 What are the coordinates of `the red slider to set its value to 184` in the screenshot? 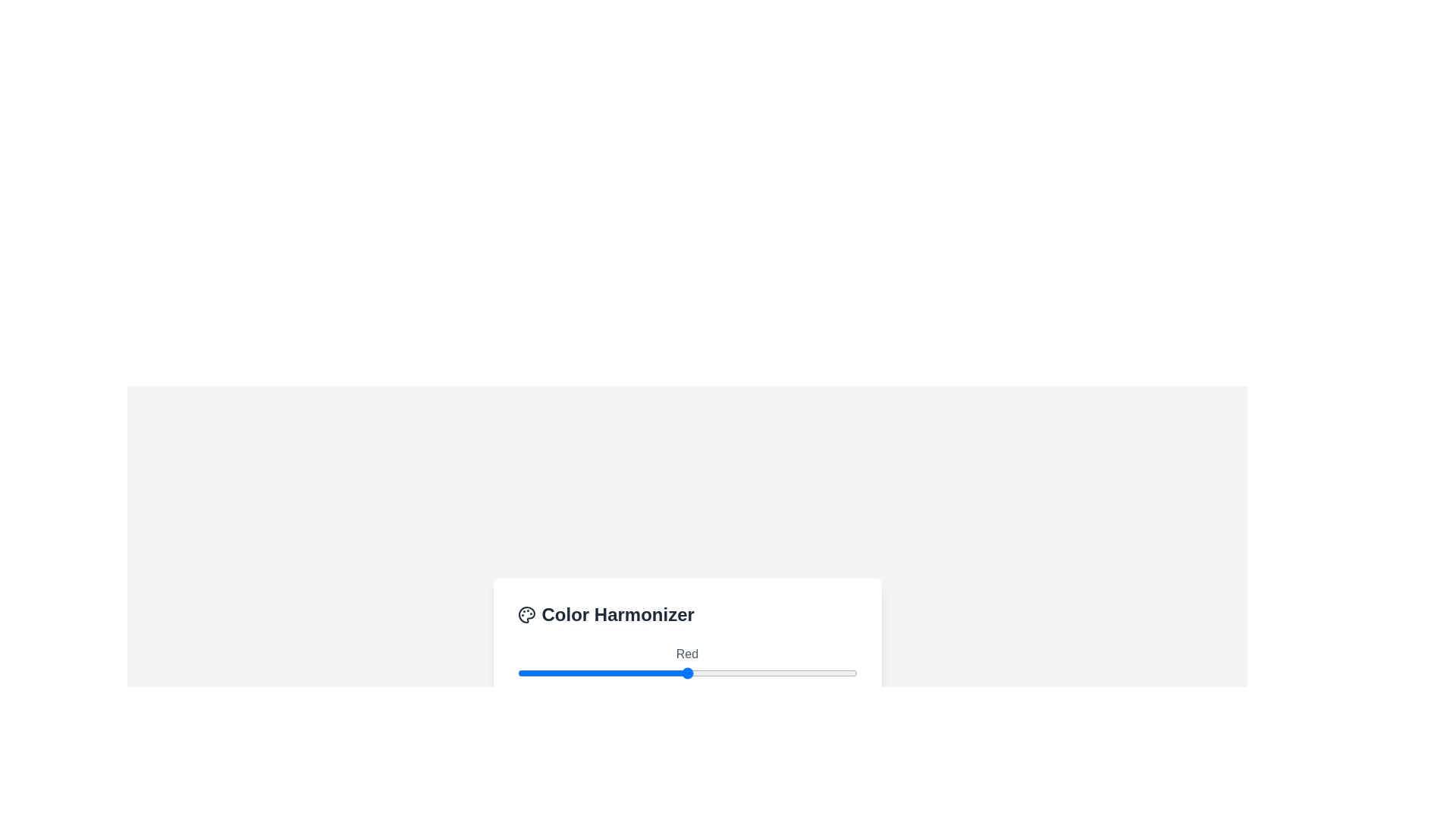 It's located at (762, 672).